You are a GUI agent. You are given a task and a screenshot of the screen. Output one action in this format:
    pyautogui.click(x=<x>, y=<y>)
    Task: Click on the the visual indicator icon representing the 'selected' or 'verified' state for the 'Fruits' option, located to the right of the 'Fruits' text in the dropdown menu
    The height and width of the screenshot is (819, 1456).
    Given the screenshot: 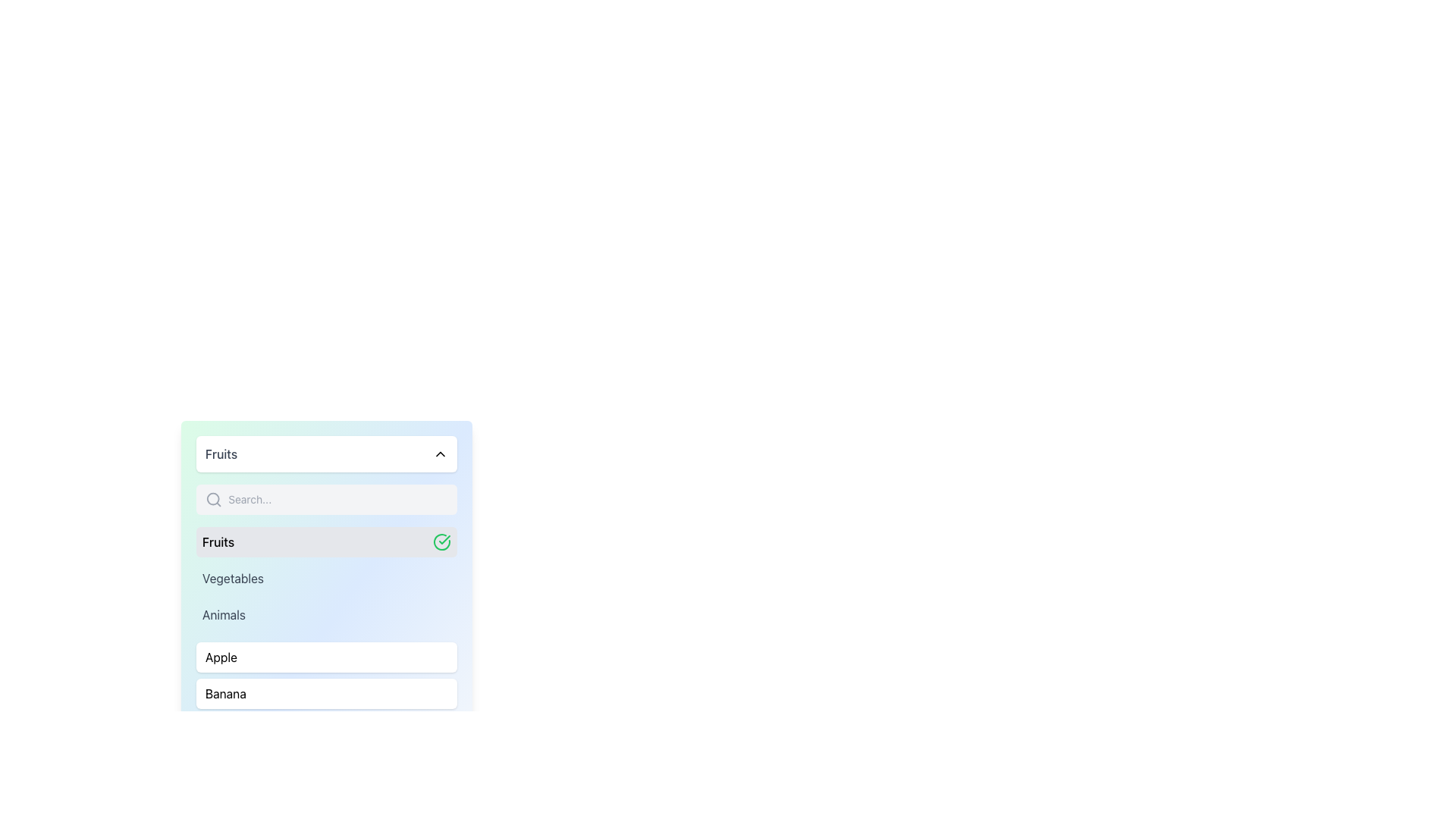 What is the action you would take?
    pyautogui.click(x=444, y=539)
    